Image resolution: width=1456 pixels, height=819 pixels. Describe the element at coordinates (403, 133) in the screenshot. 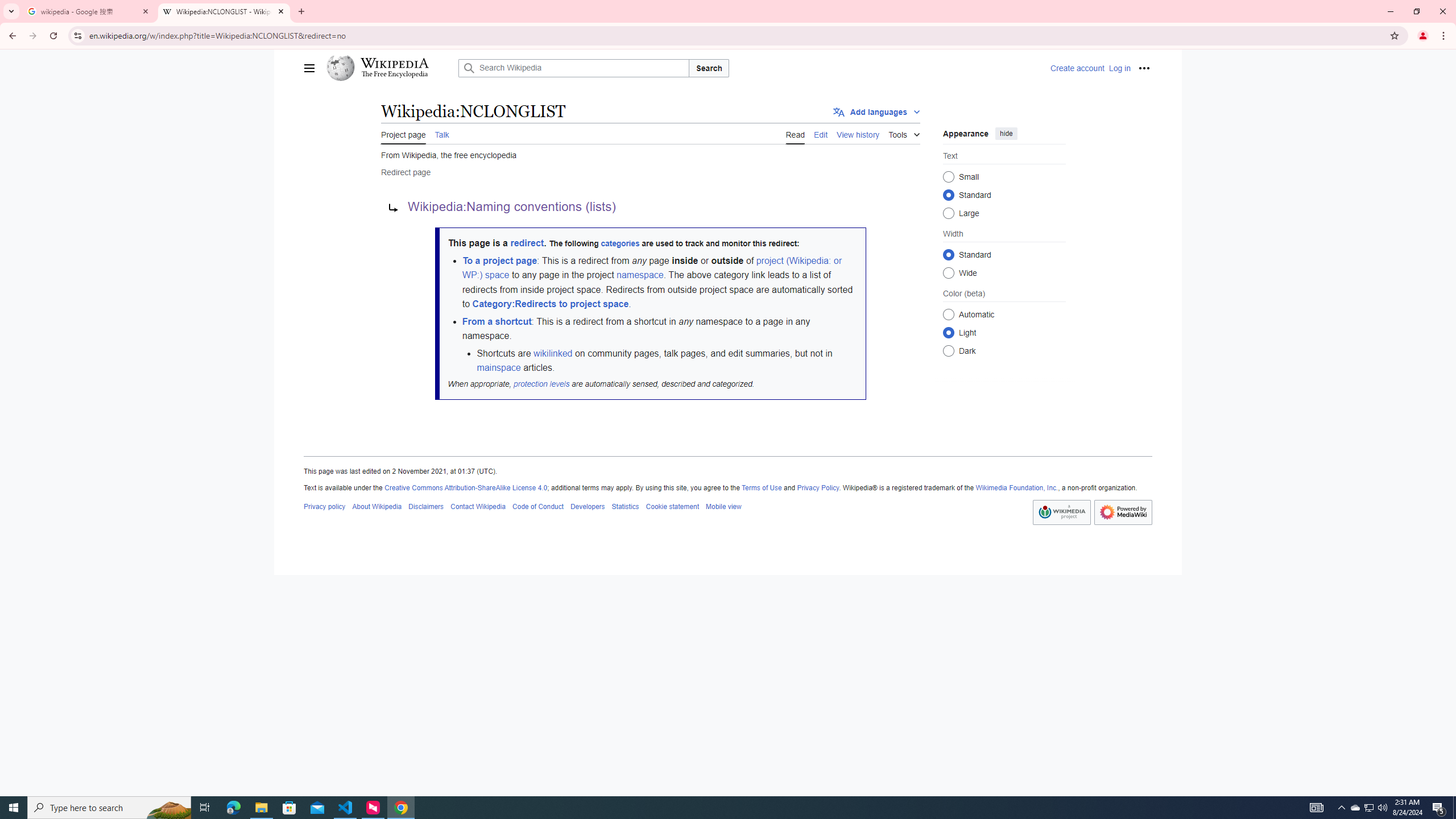

I see `'AutomationID: ca-nstab-project'` at that location.